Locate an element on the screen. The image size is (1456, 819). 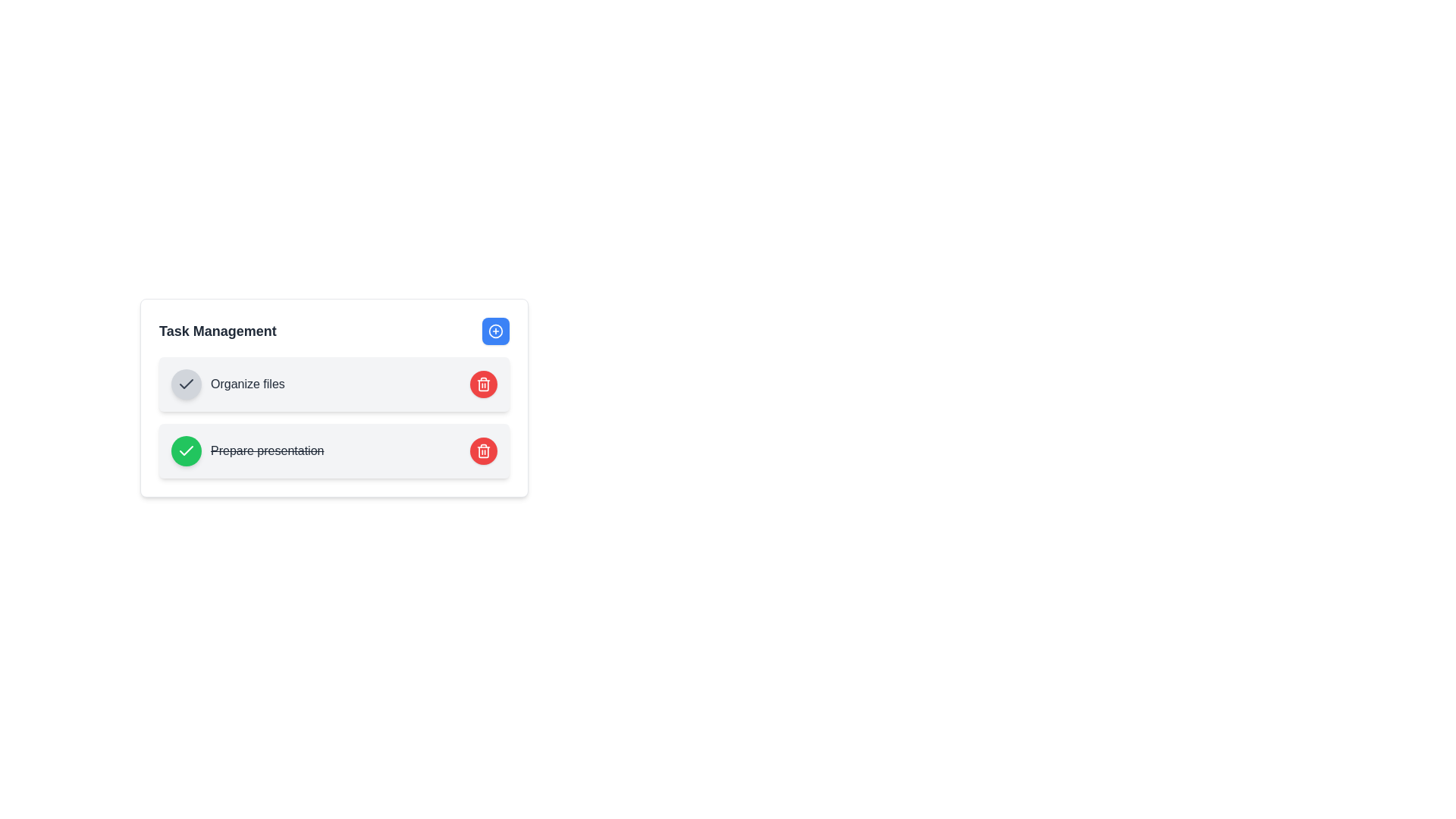
the bottom portion of the trash bin icon, which is part of the 'lucide-trash2' class, located to the far right of the 'Prepare presentation' task item in the 'Task Management' list interface is located at coordinates (483, 384).